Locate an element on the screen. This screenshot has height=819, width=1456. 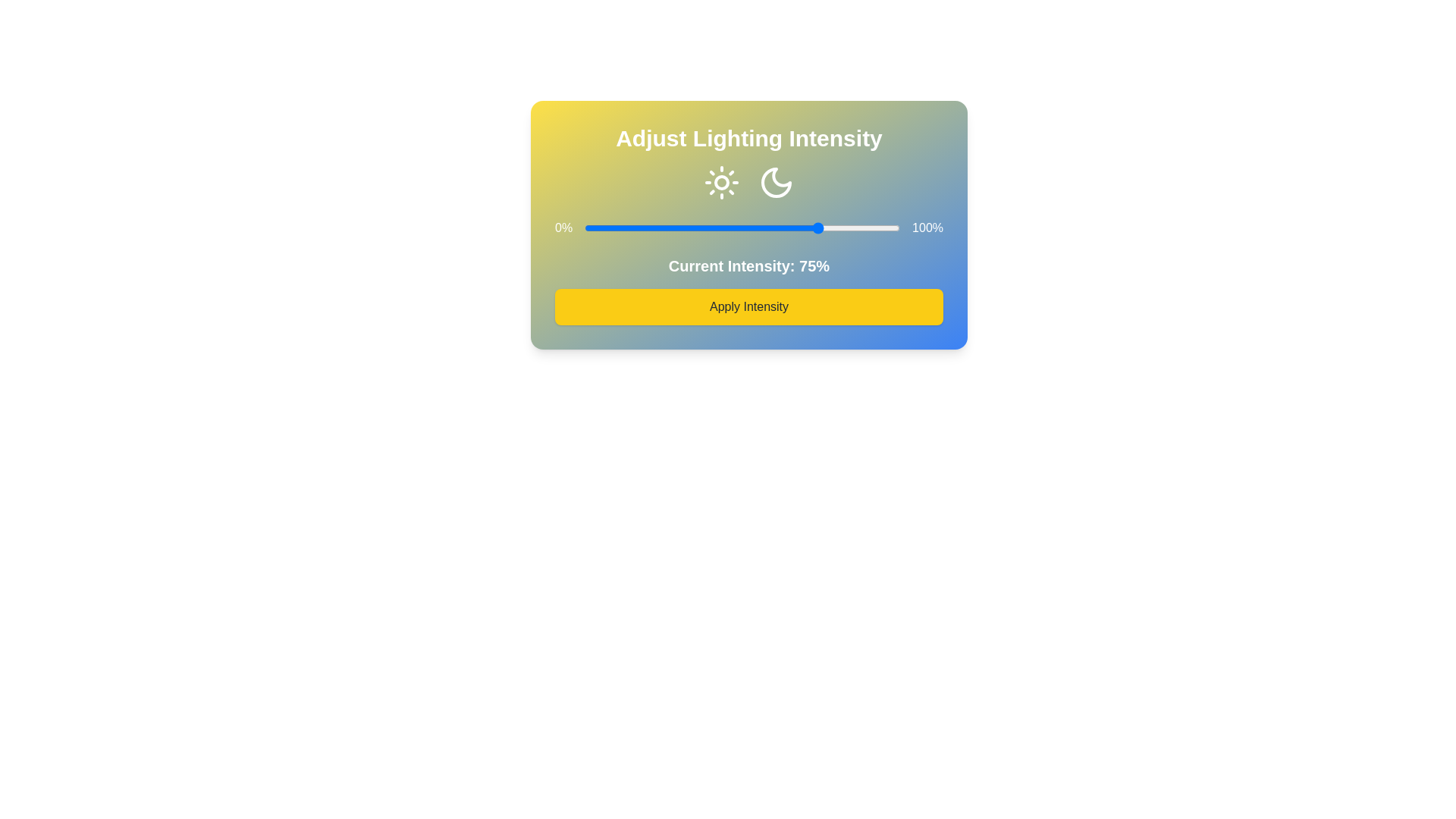
the light intensity to 5% by moving the slider is located at coordinates (599, 227).